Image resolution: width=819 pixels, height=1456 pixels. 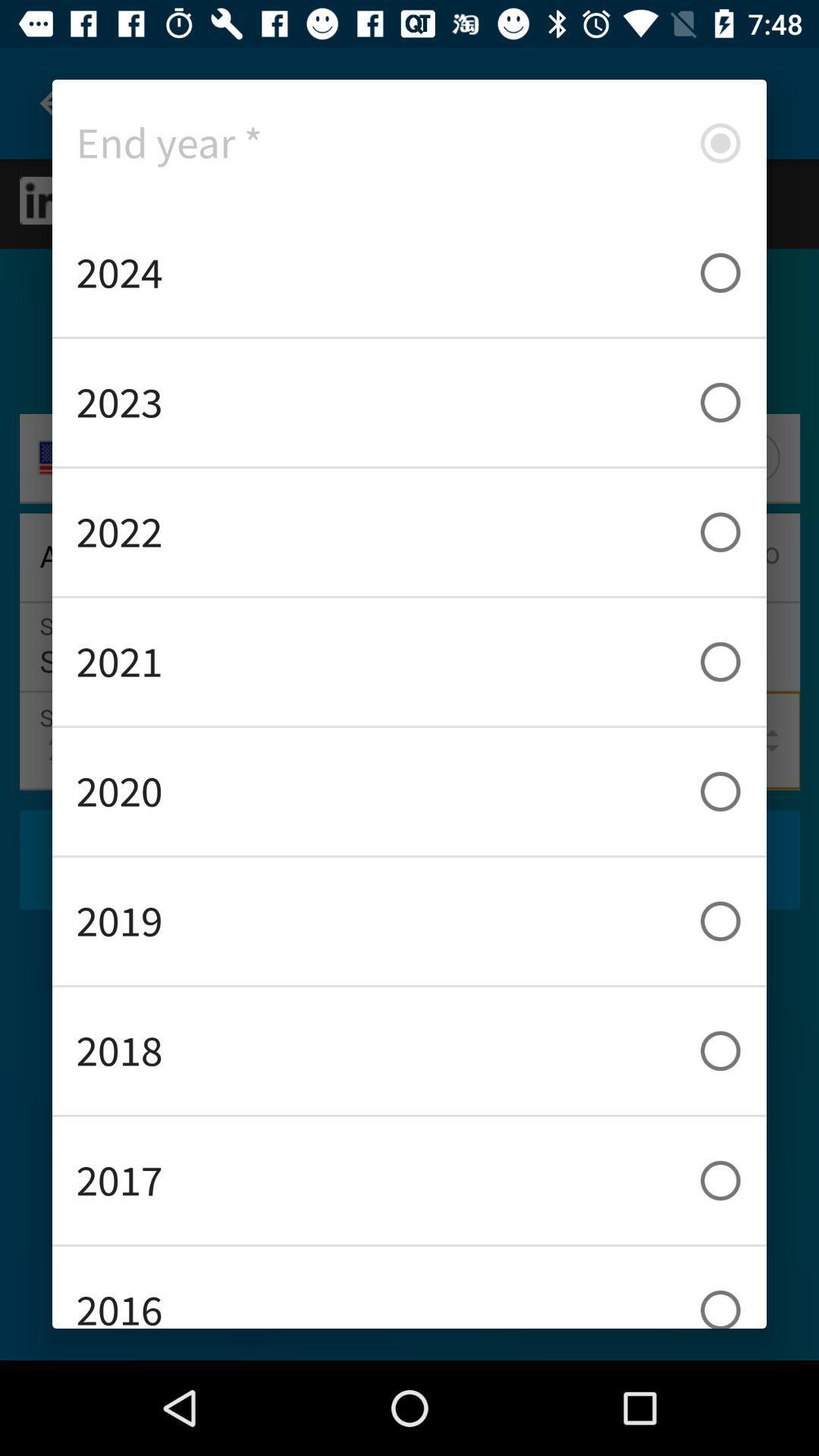 What do you see at coordinates (409, 1287) in the screenshot?
I see `the 2016 item` at bounding box center [409, 1287].